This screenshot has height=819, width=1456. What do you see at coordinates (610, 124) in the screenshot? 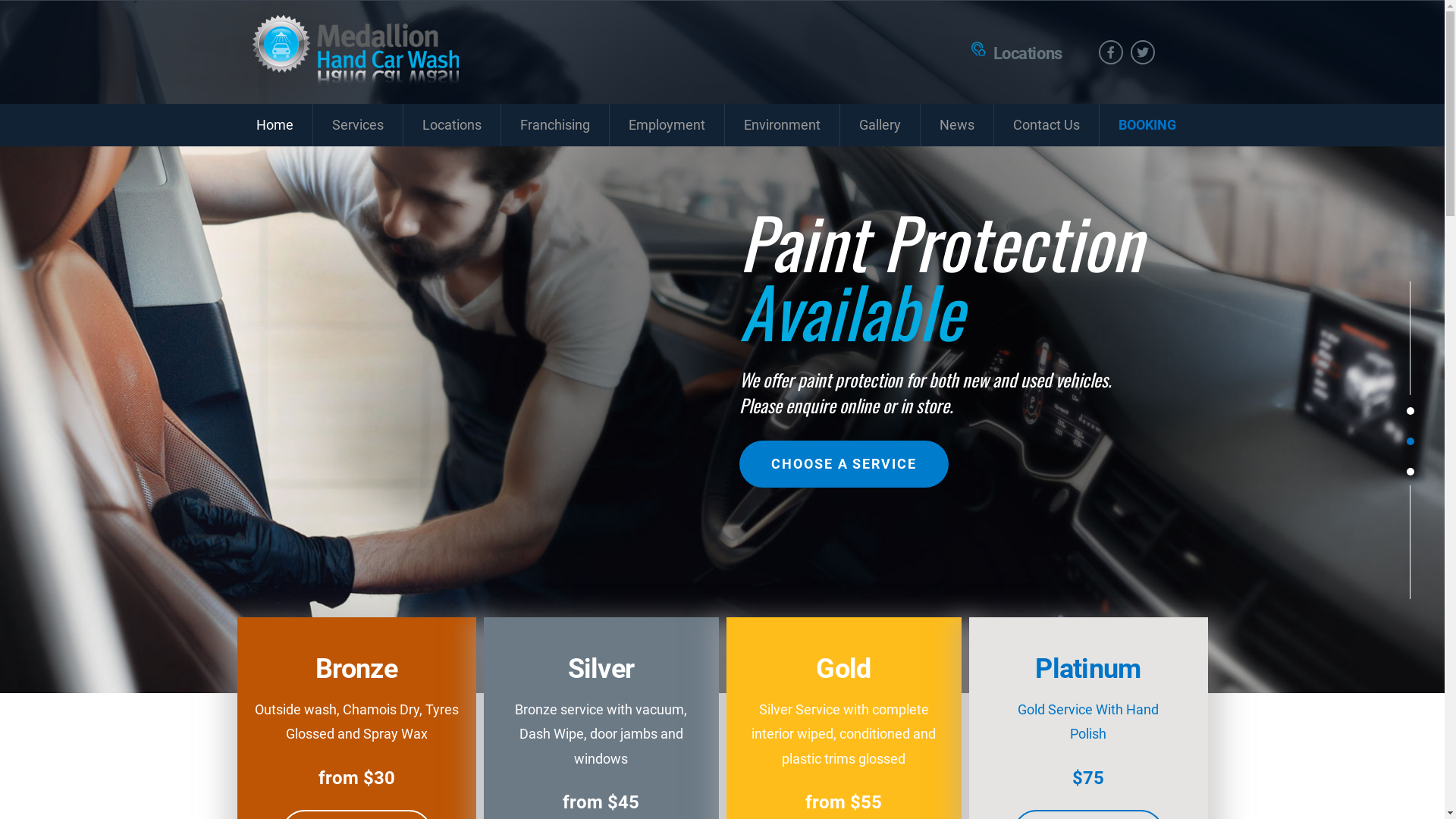
I see `'Employment'` at bounding box center [610, 124].